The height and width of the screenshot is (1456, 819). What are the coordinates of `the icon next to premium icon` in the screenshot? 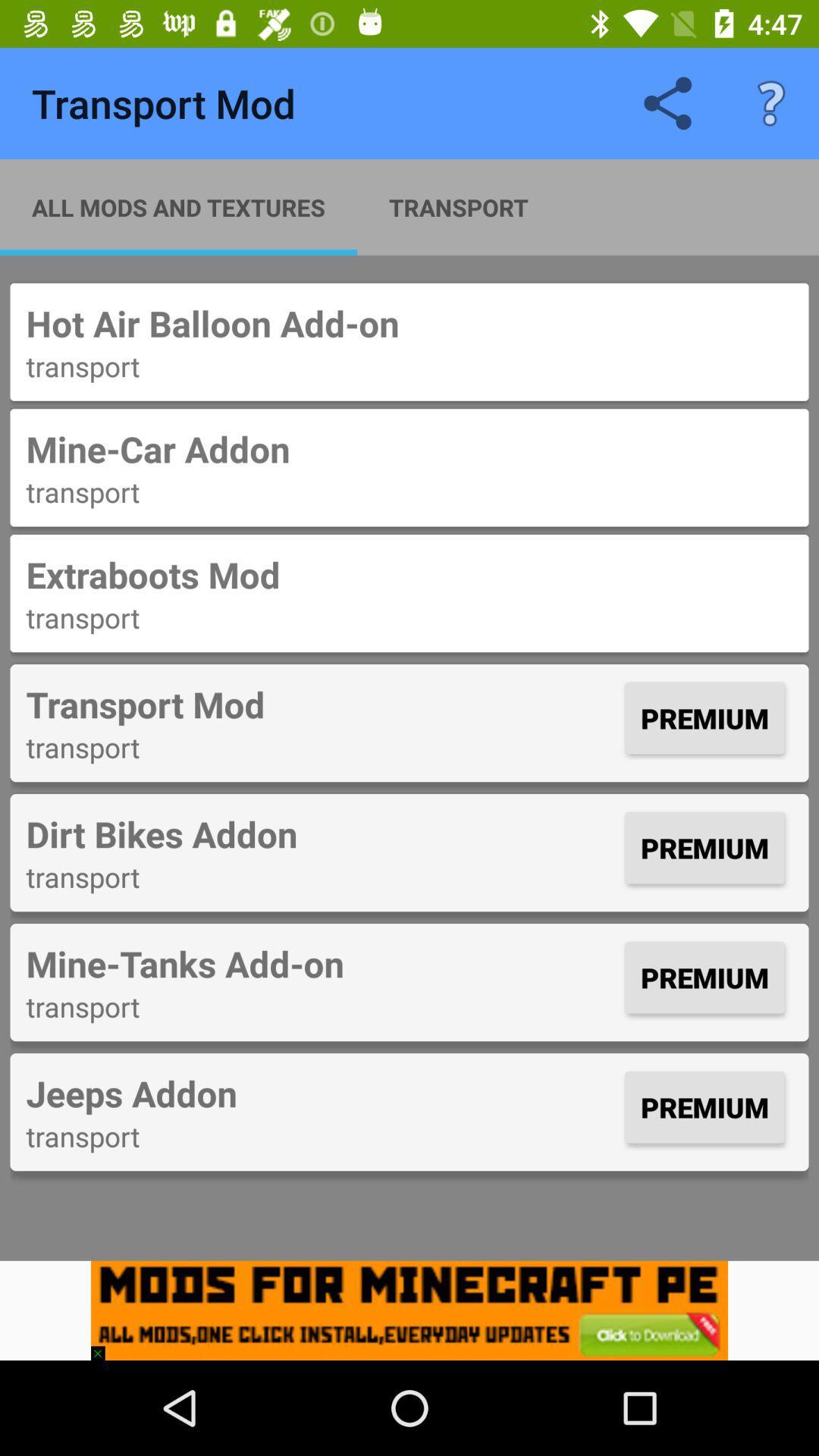 It's located at (321, 833).